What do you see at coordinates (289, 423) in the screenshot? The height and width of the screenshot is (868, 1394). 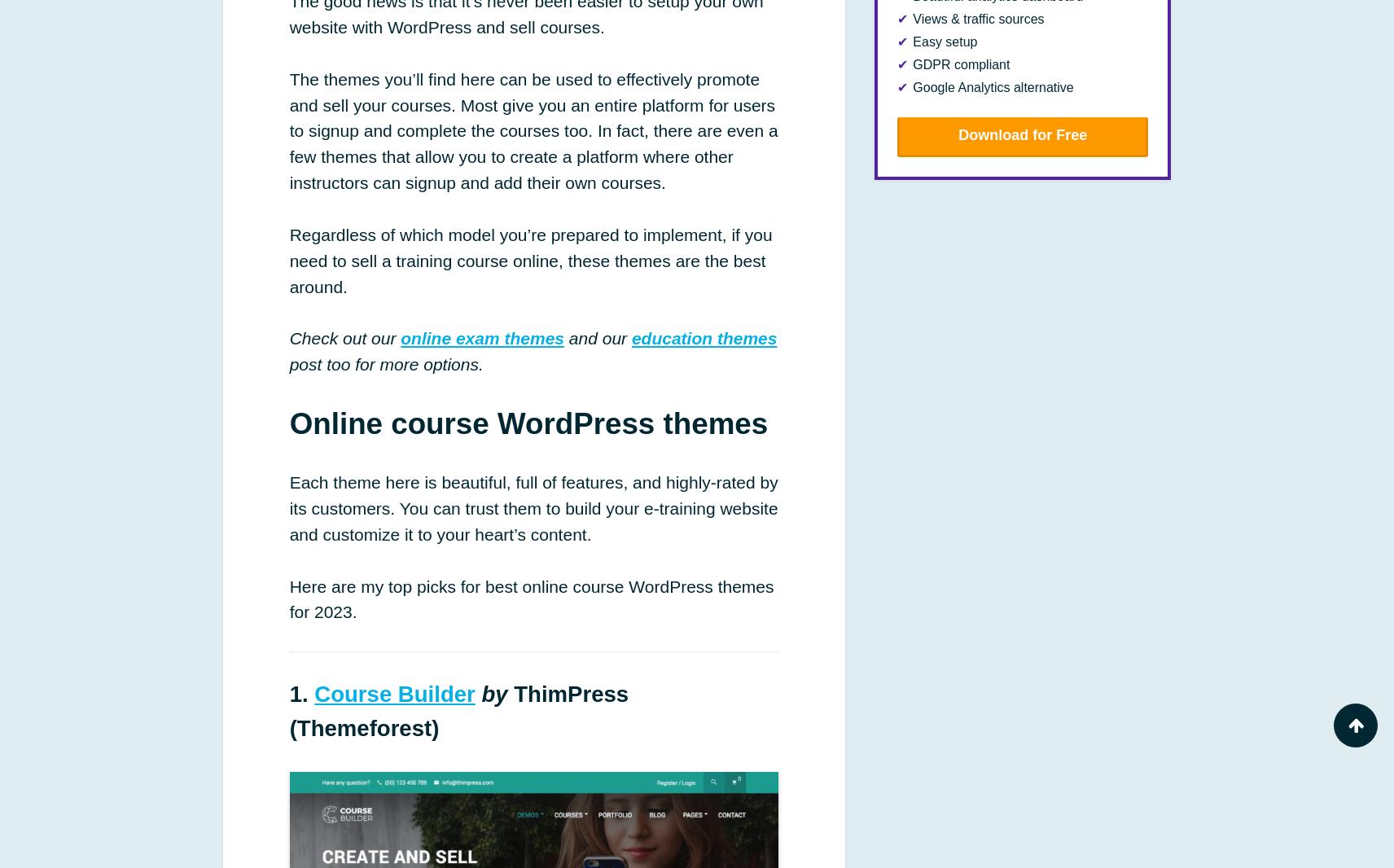 I see `'Online course WordPress themes'` at bounding box center [289, 423].